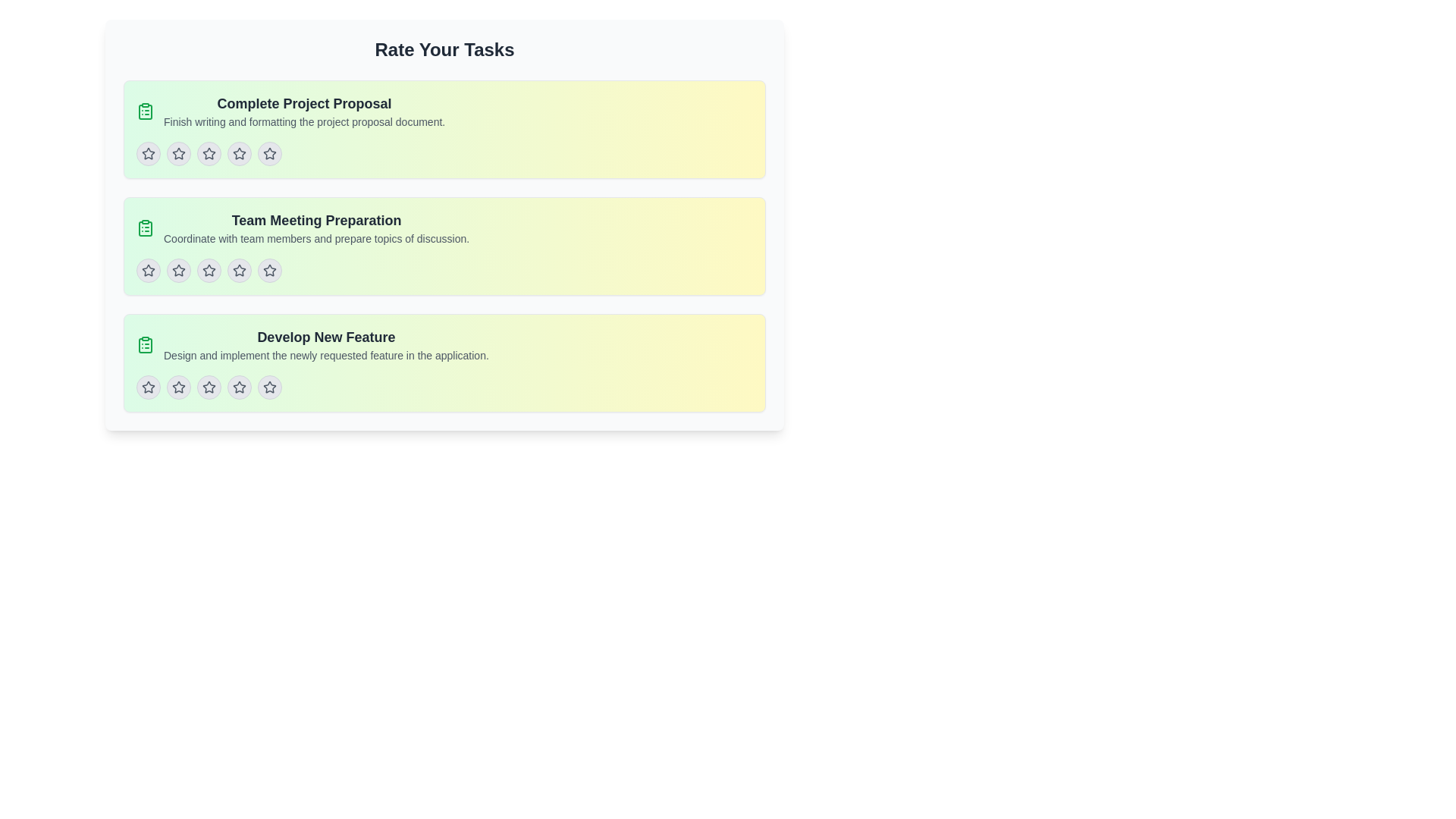 The width and height of the screenshot is (1456, 819). Describe the element at coordinates (269, 386) in the screenshot. I see `the fifth hollow star icon to rate it in the 'Develop New Feature' task section at the bottom of the page` at that location.